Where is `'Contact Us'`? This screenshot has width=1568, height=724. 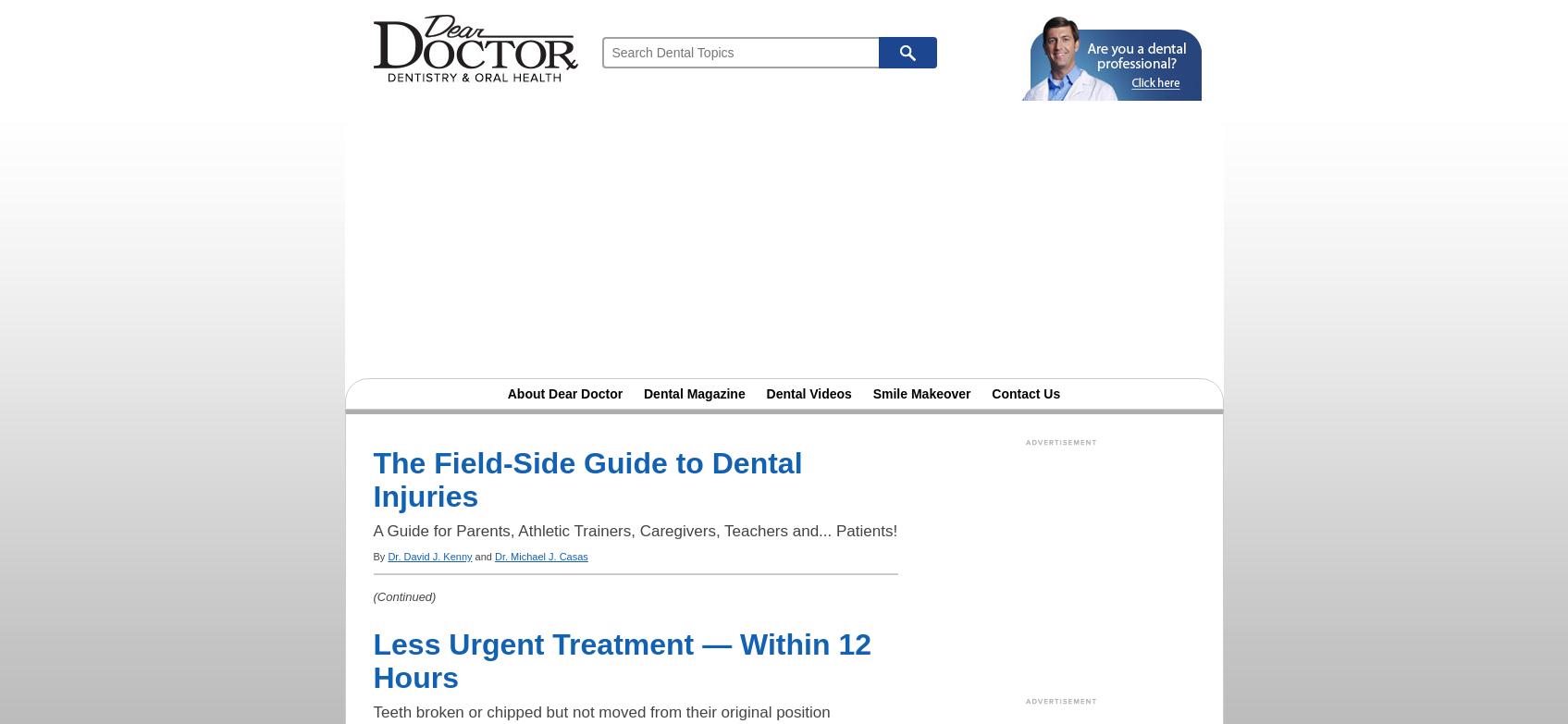
'Contact Us' is located at coordinates (1025, 393).